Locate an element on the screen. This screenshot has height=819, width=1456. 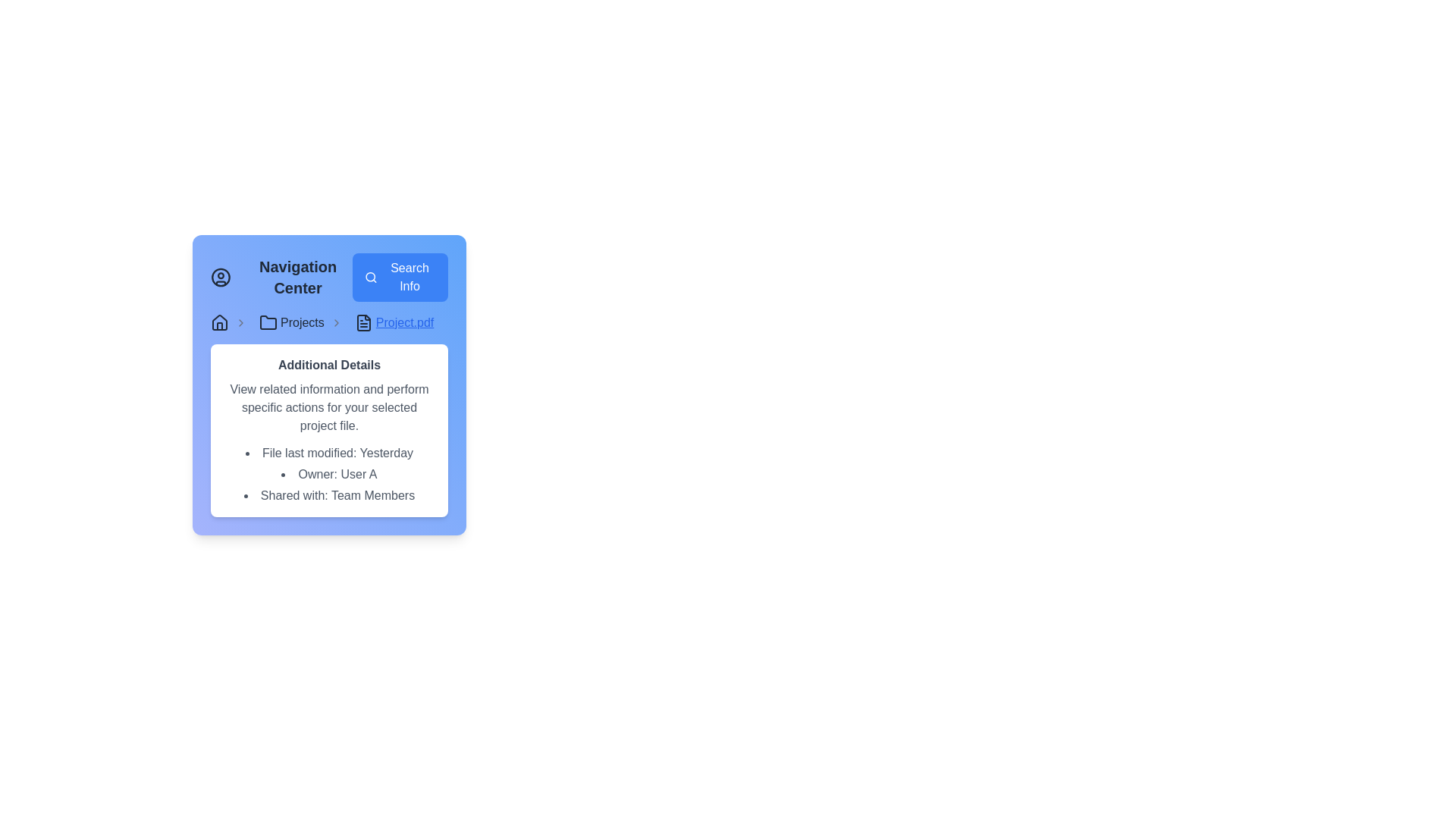
the text-based hyperlink that references 'Project.pdf' is located at coordinates (404, 322).